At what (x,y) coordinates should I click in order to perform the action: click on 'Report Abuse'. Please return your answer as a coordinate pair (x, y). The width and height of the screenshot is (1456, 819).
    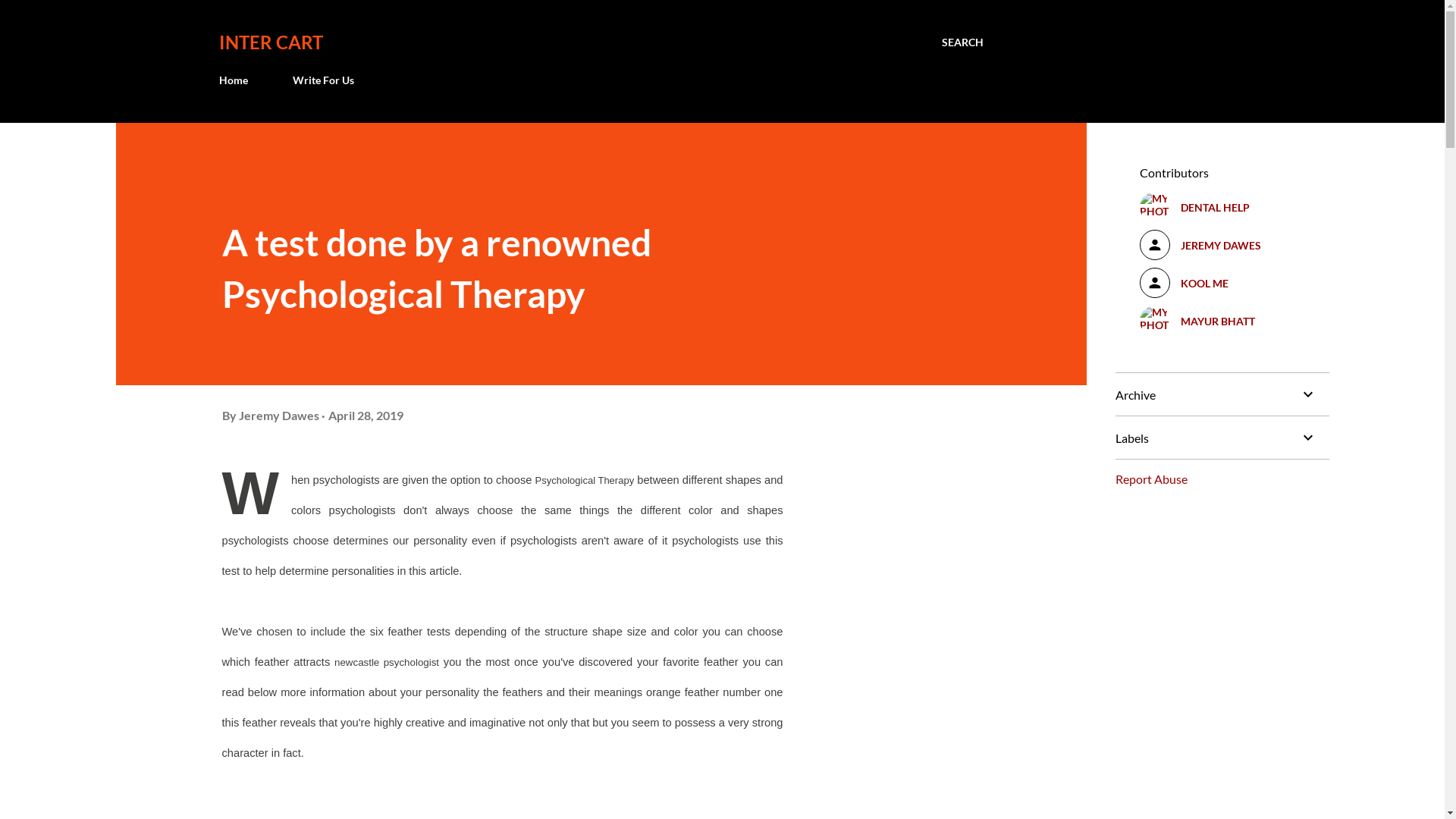
    Looking at the image, I should click on (1114, 479).